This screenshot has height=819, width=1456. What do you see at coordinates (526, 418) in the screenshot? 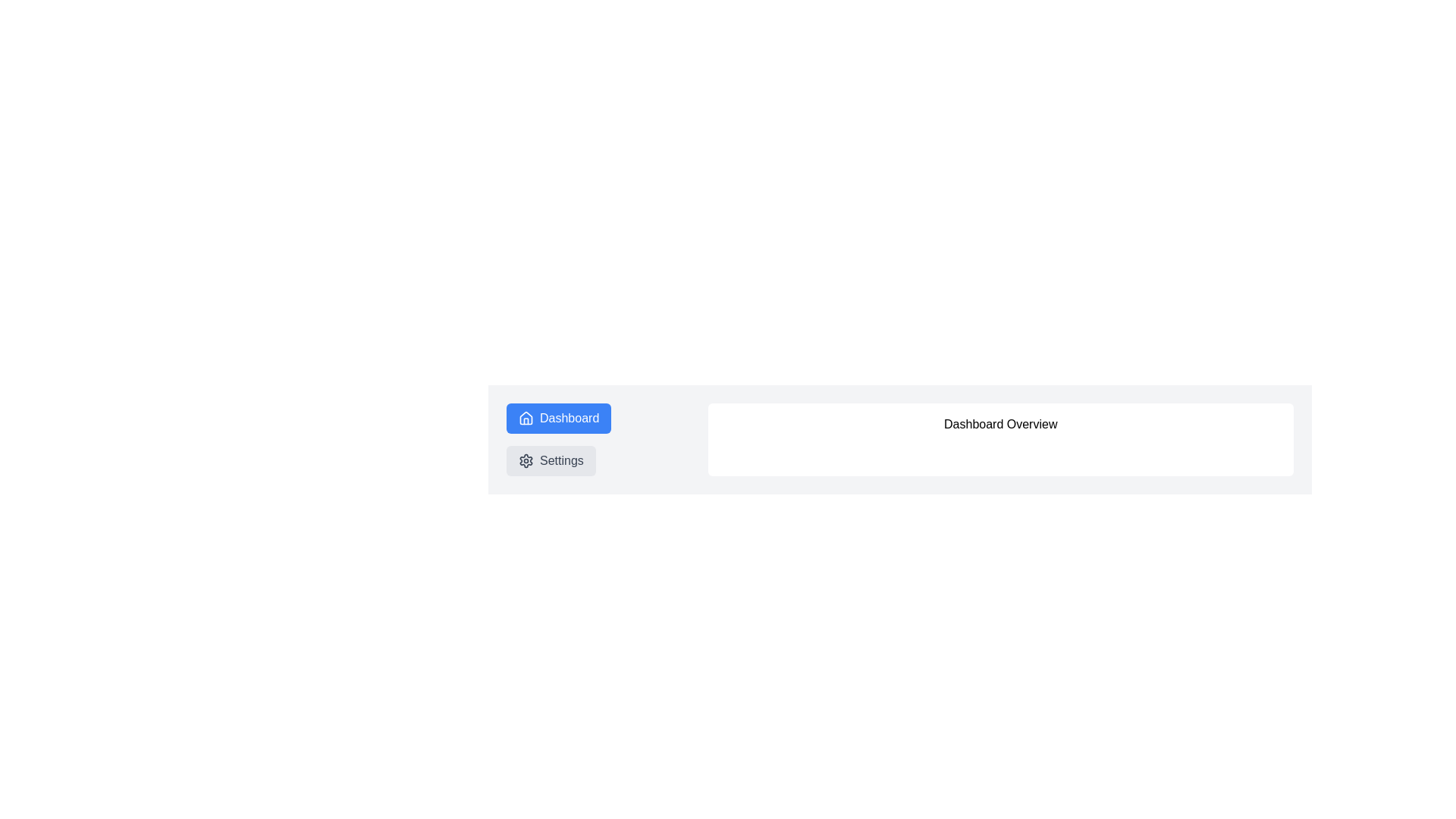
I see `the house icon within the blue 'Dashboard' button located at the bottom left of the navigation menu` at bounding box center [526, 418].